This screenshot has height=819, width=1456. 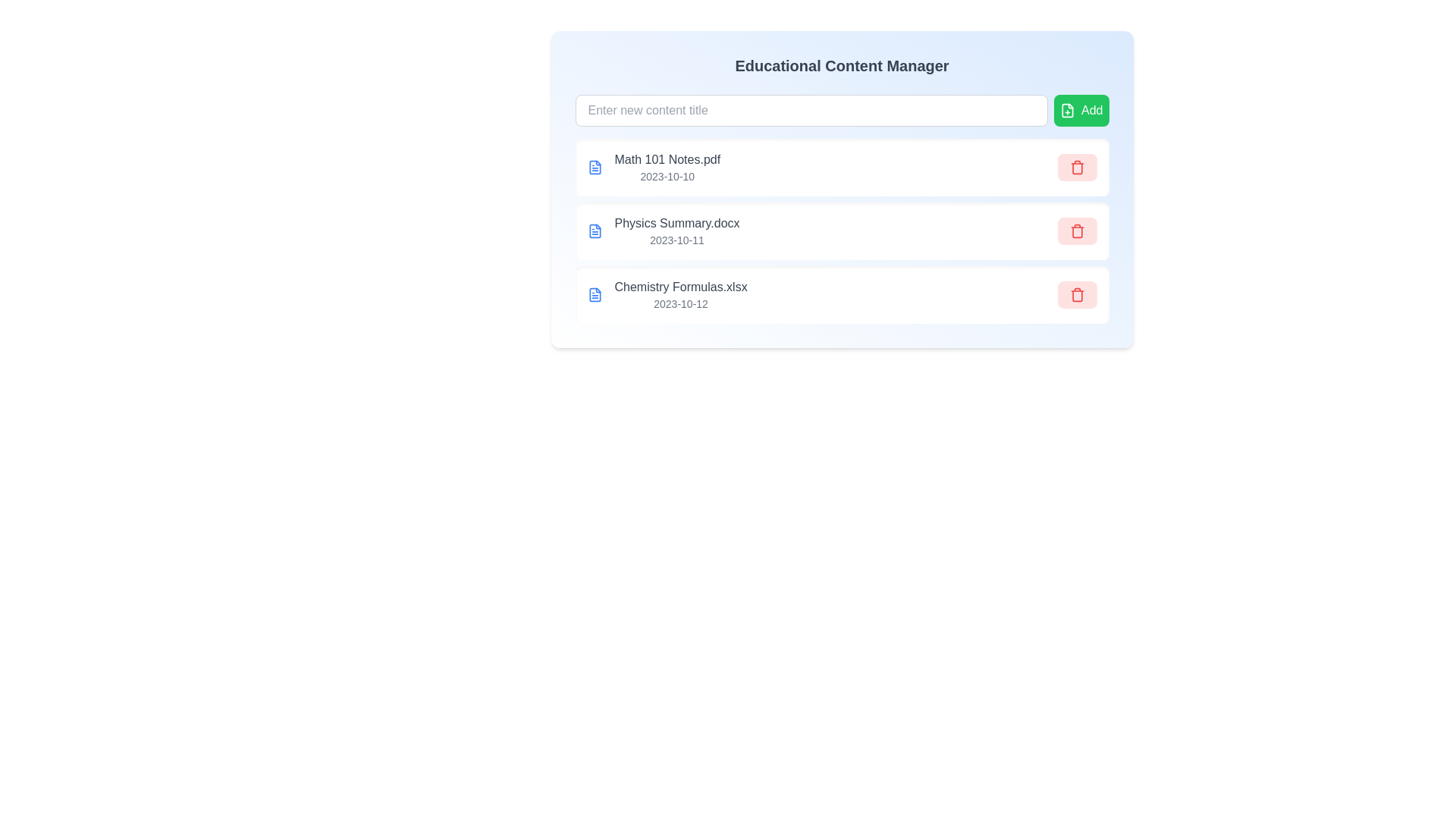 I want to click on the document file icon representing 'Physics Summary.docx', so click(x=594, y=231).